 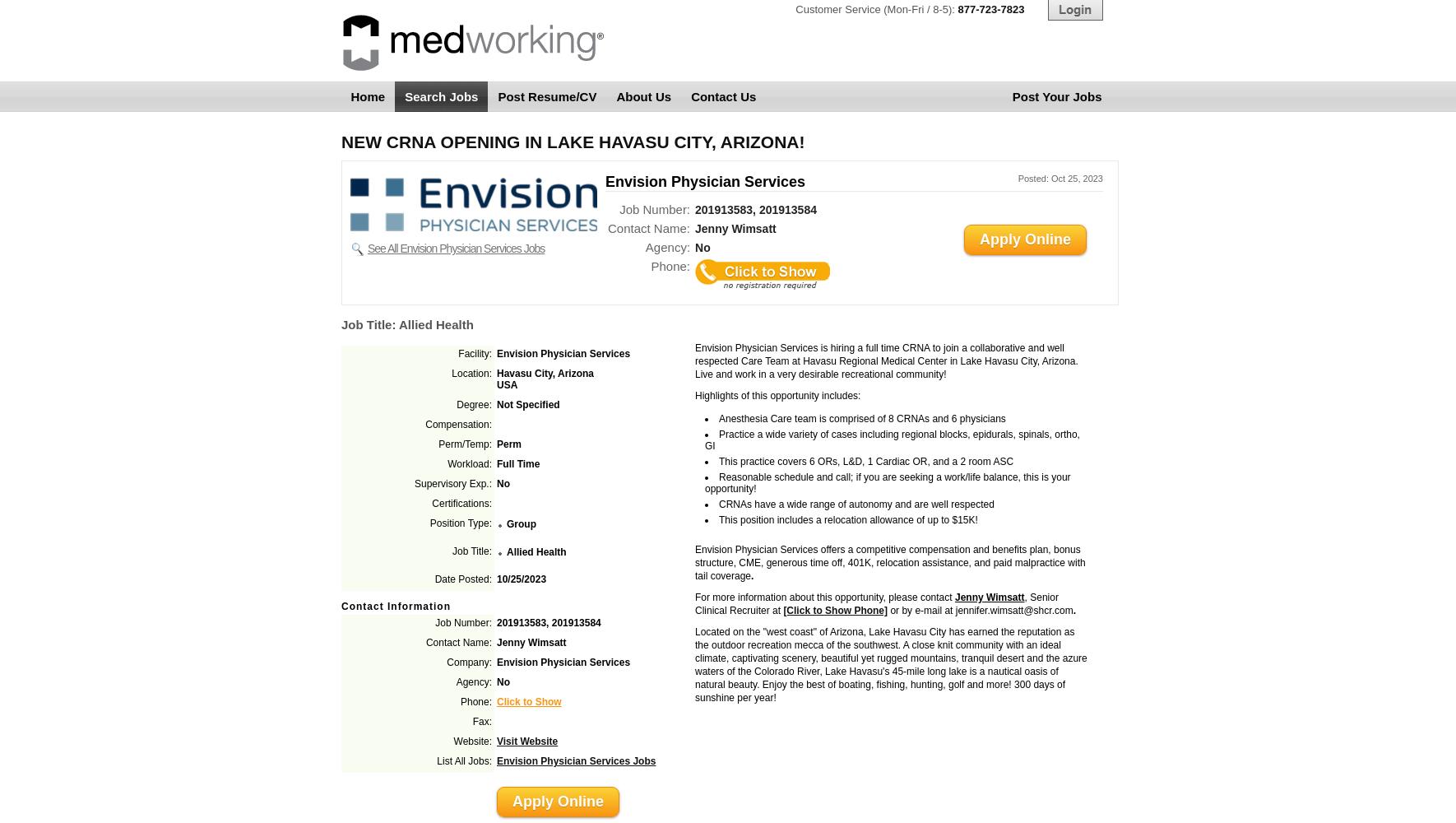 I want to click on 'Job Title:
	Allied Health', so click(x=341, y=324).